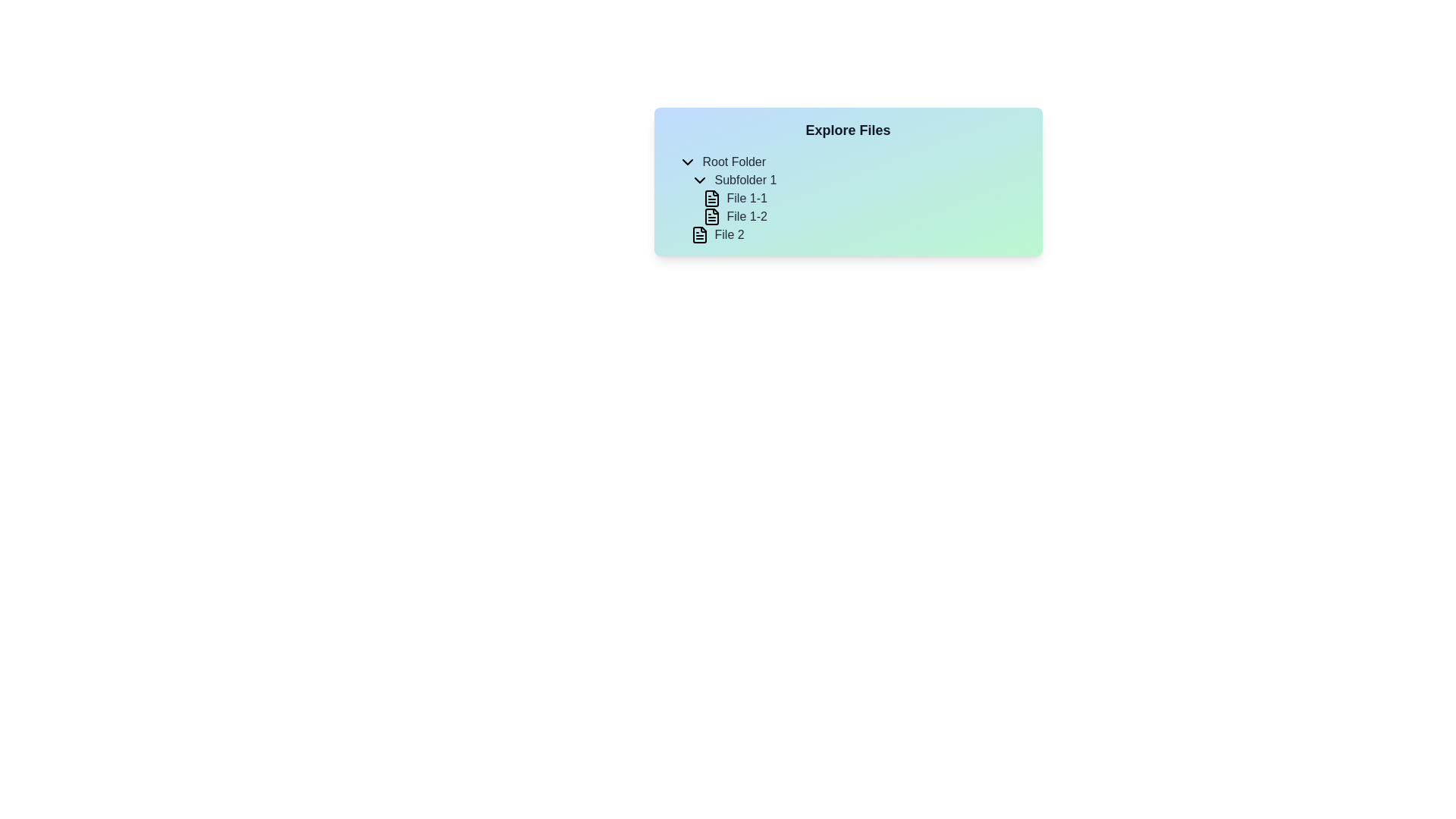 Image resolution: width=1456 pixels, height=819 pixels. What do you see at coordinates (734, 162) in the screenshot?
I see `the text label indicating the root directory in the file explorer` at bounding box center [734, 162].